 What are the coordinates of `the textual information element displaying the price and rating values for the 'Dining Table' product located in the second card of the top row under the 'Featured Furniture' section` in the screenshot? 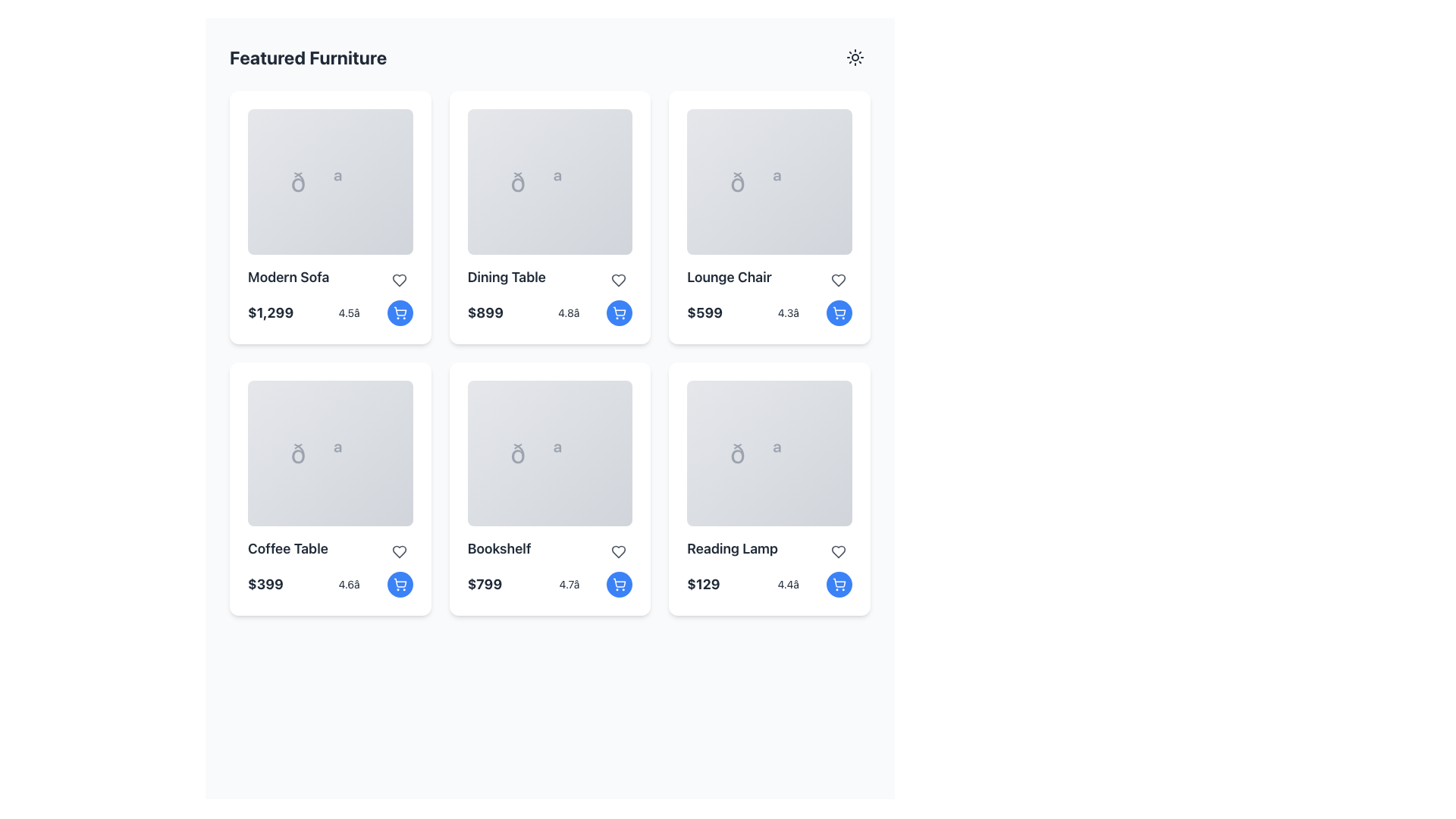 It's located at (549, 312).